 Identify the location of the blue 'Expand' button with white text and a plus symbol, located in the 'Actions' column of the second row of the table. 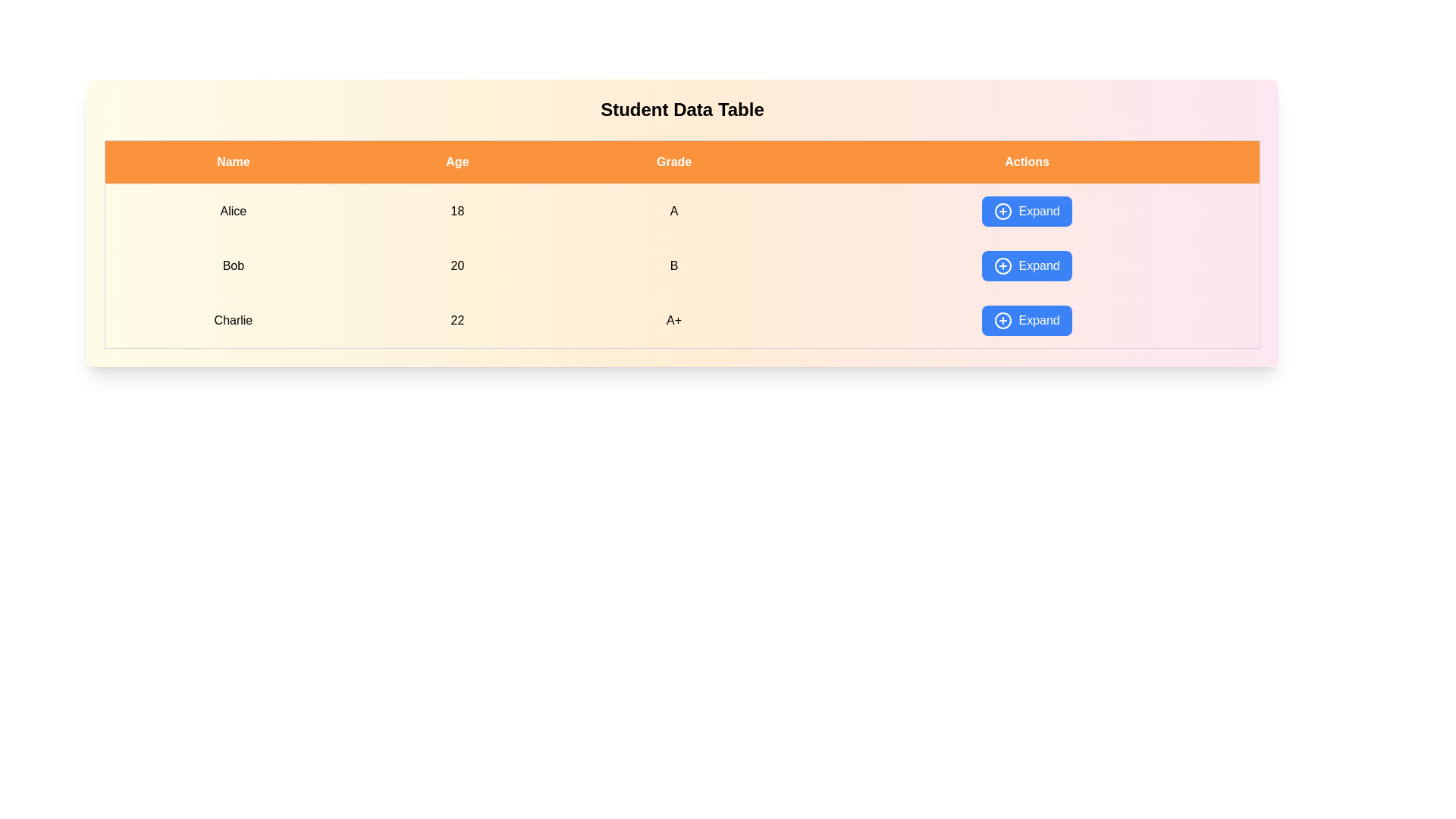
(1027, 265).